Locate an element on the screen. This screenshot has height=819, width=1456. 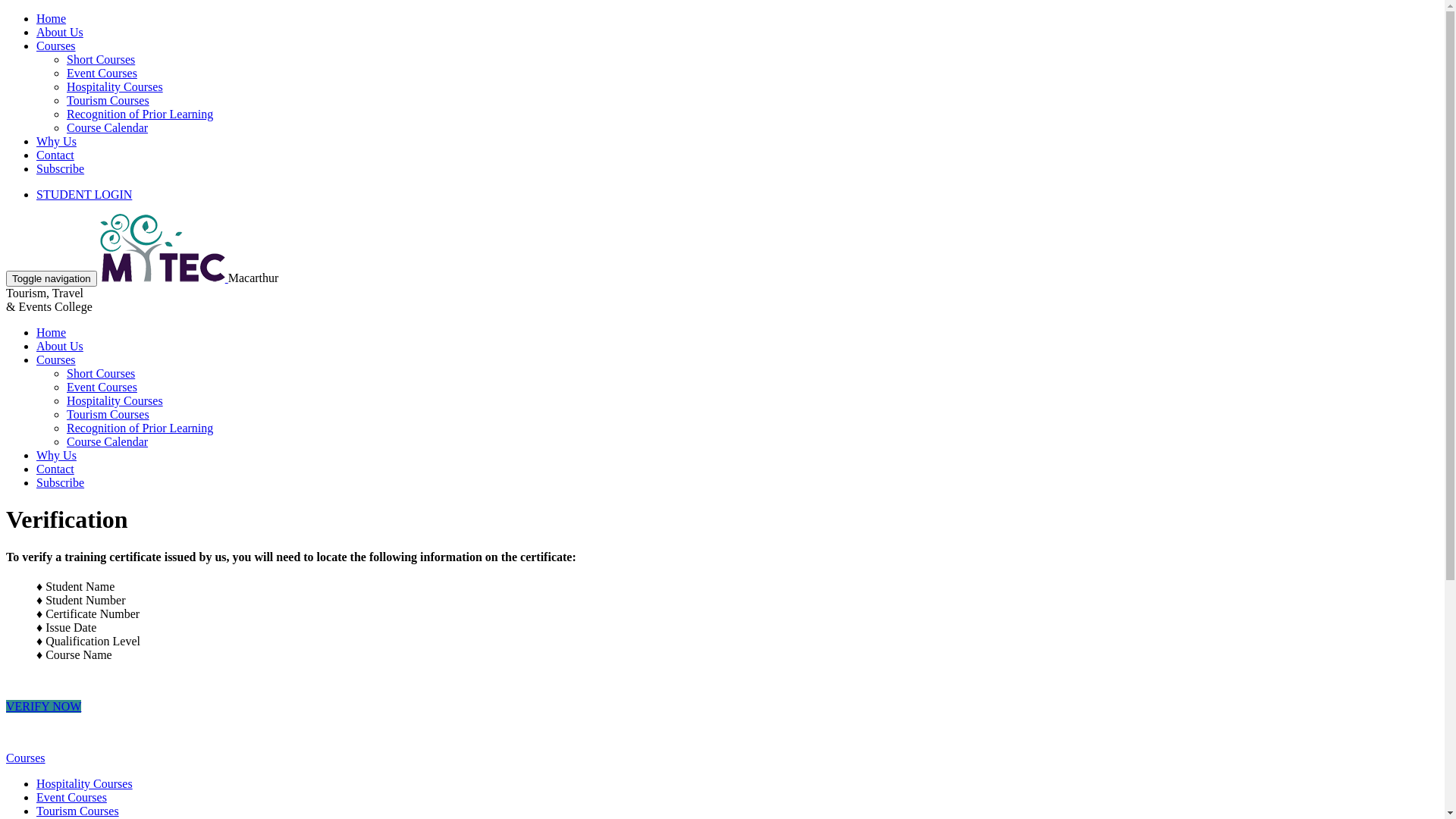
'Tourism Courses' is located at coordinates (107, 414).